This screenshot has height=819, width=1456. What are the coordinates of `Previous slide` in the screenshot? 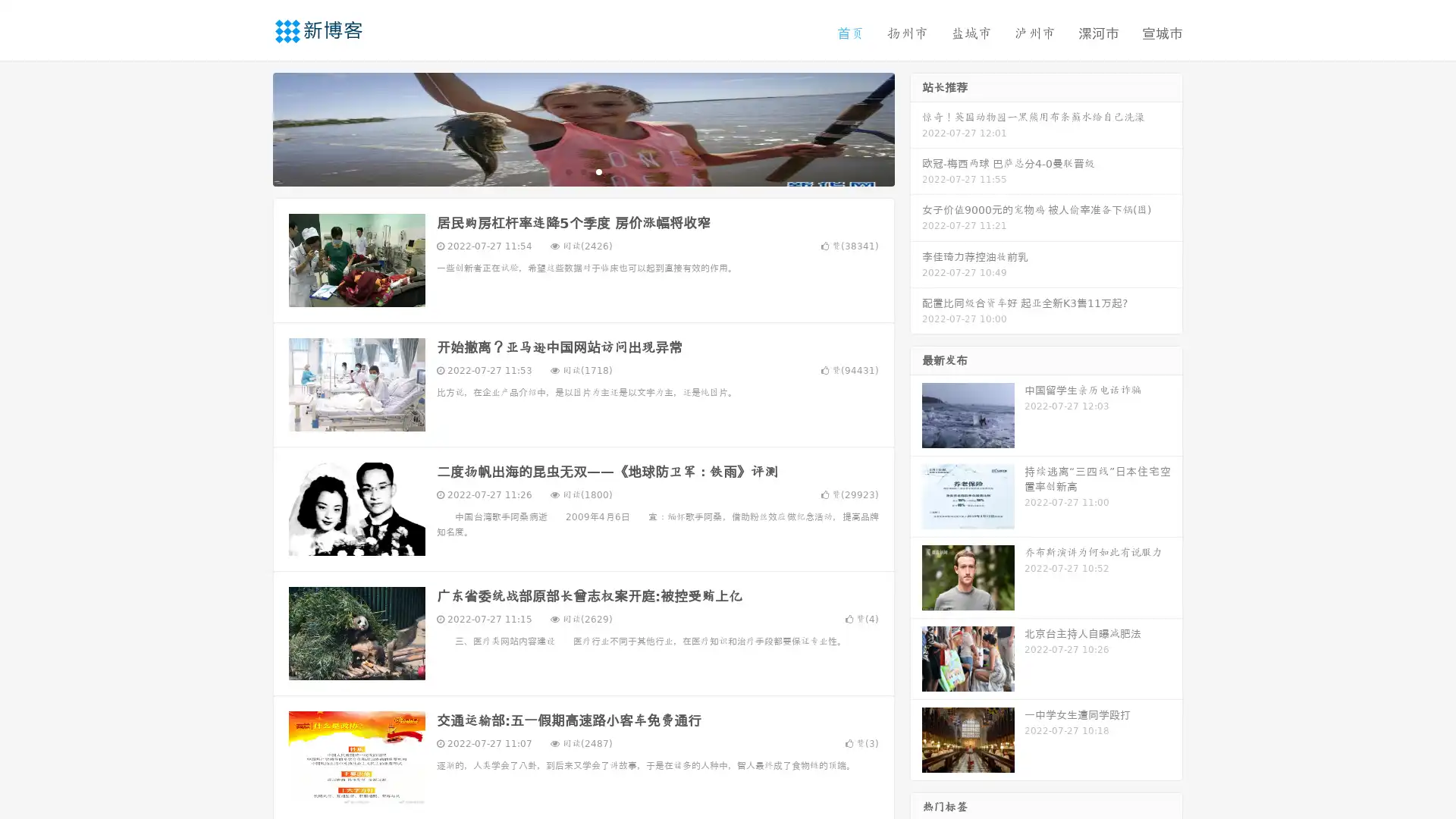 It's located at (250, 127).